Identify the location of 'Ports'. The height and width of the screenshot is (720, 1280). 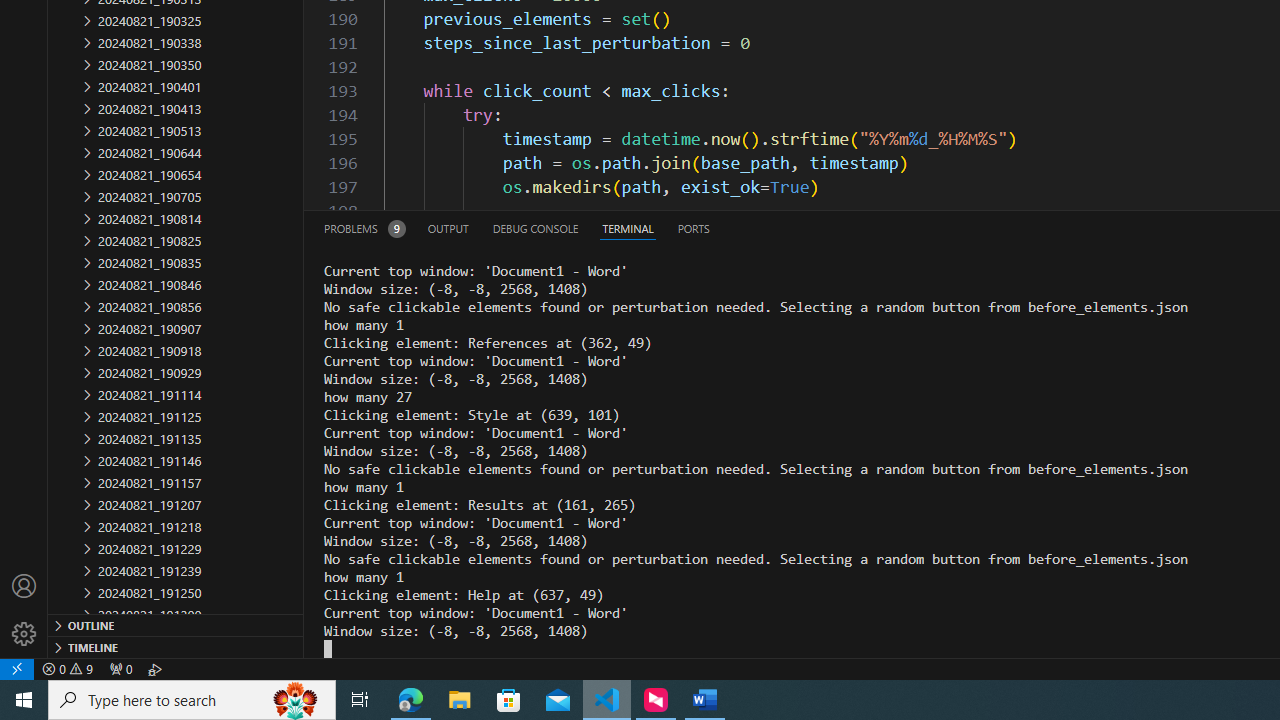
(693, 227).